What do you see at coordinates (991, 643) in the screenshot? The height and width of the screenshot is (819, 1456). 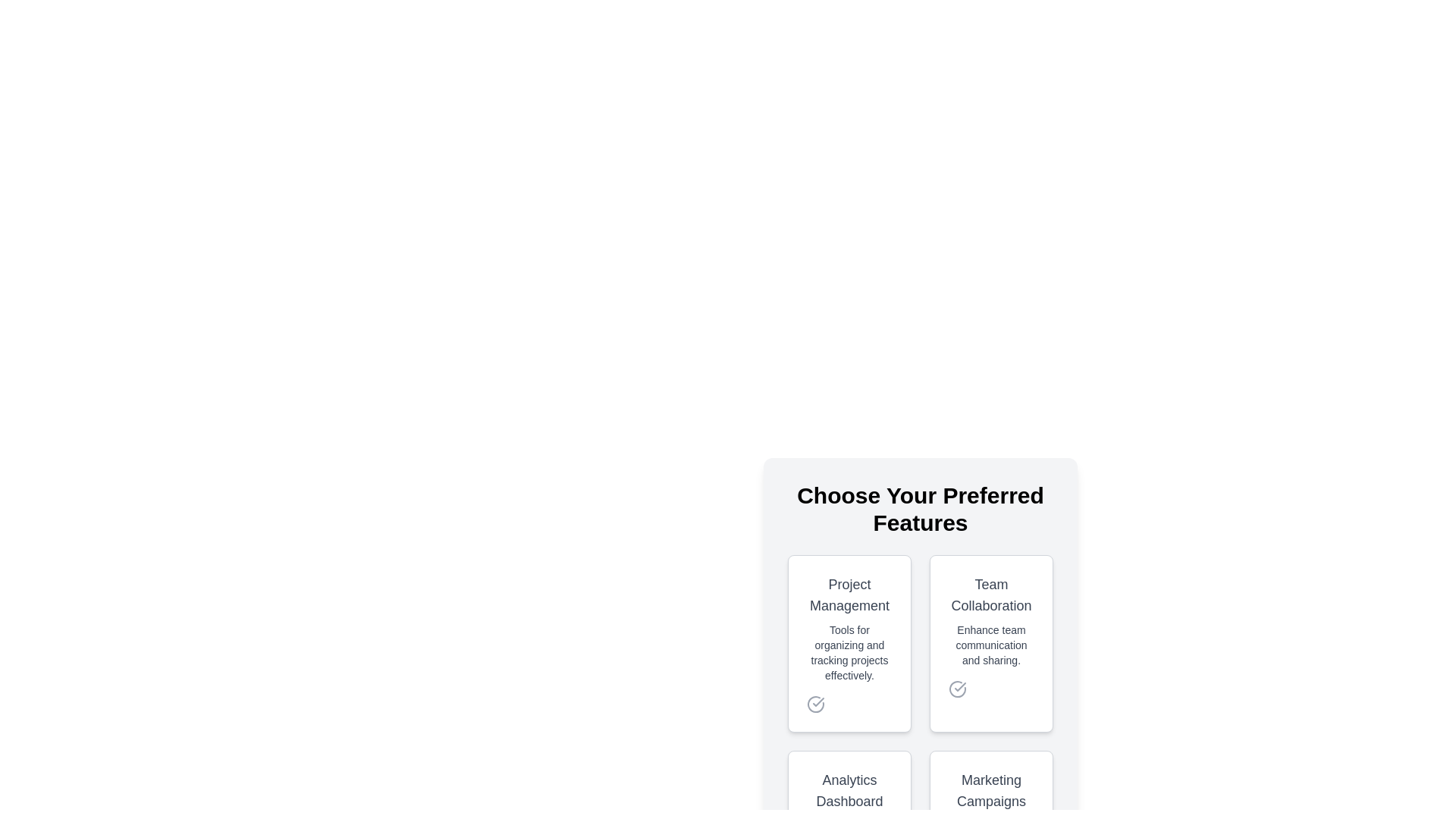 I see `the feature card Team Collaboration` at bounding box center [991, 643].